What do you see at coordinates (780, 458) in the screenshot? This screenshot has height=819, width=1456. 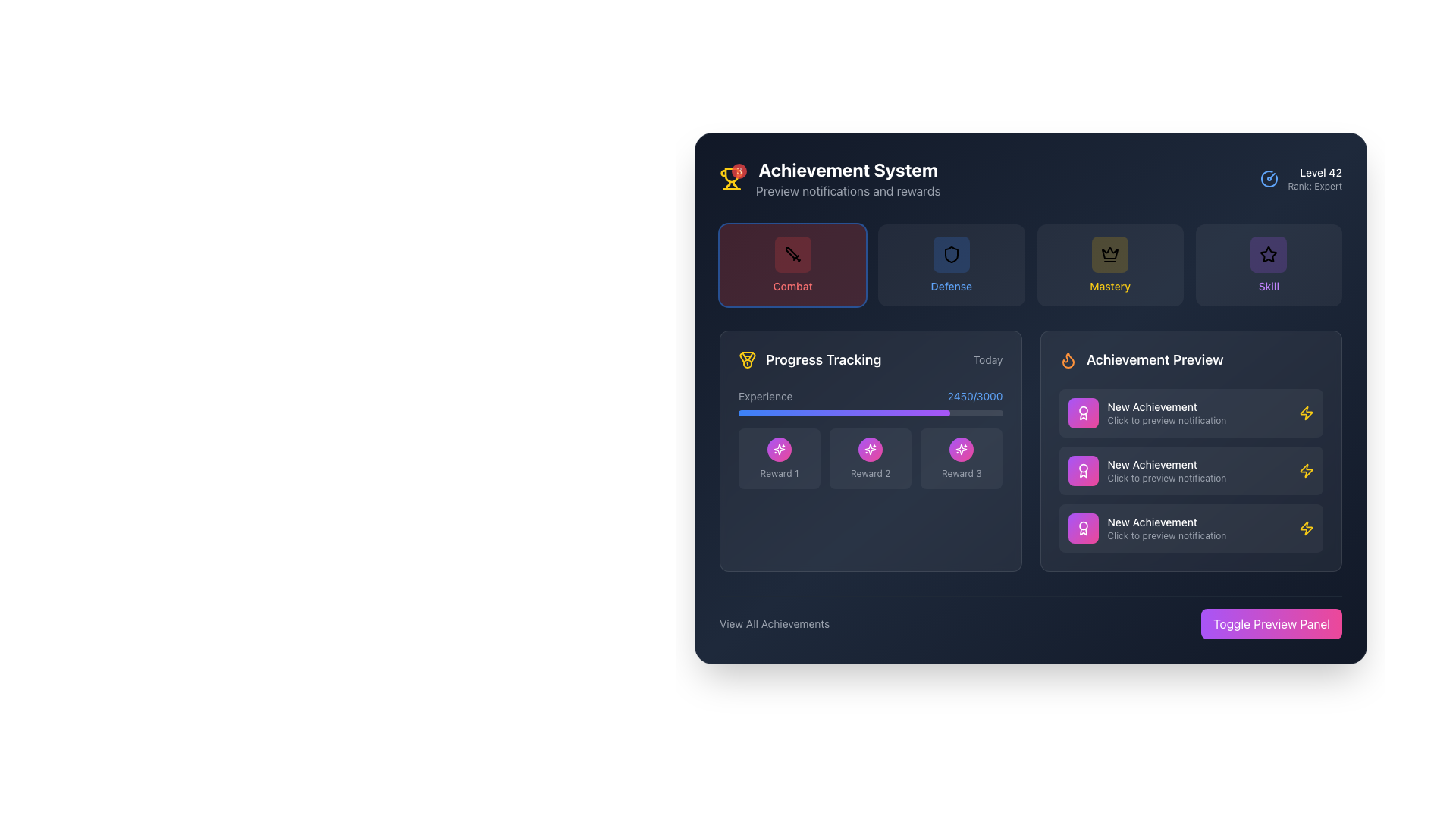 I see `the first Clickable Card in the 'Progress Tracking' section to trigger animations or tooltips` at bounding box center [780, 458].